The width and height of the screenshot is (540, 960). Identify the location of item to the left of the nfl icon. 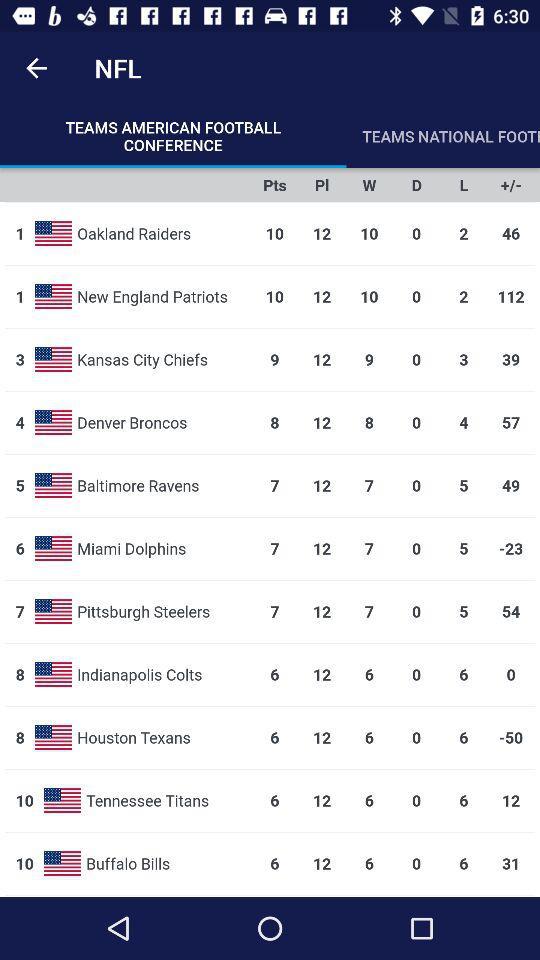
(36, 68).